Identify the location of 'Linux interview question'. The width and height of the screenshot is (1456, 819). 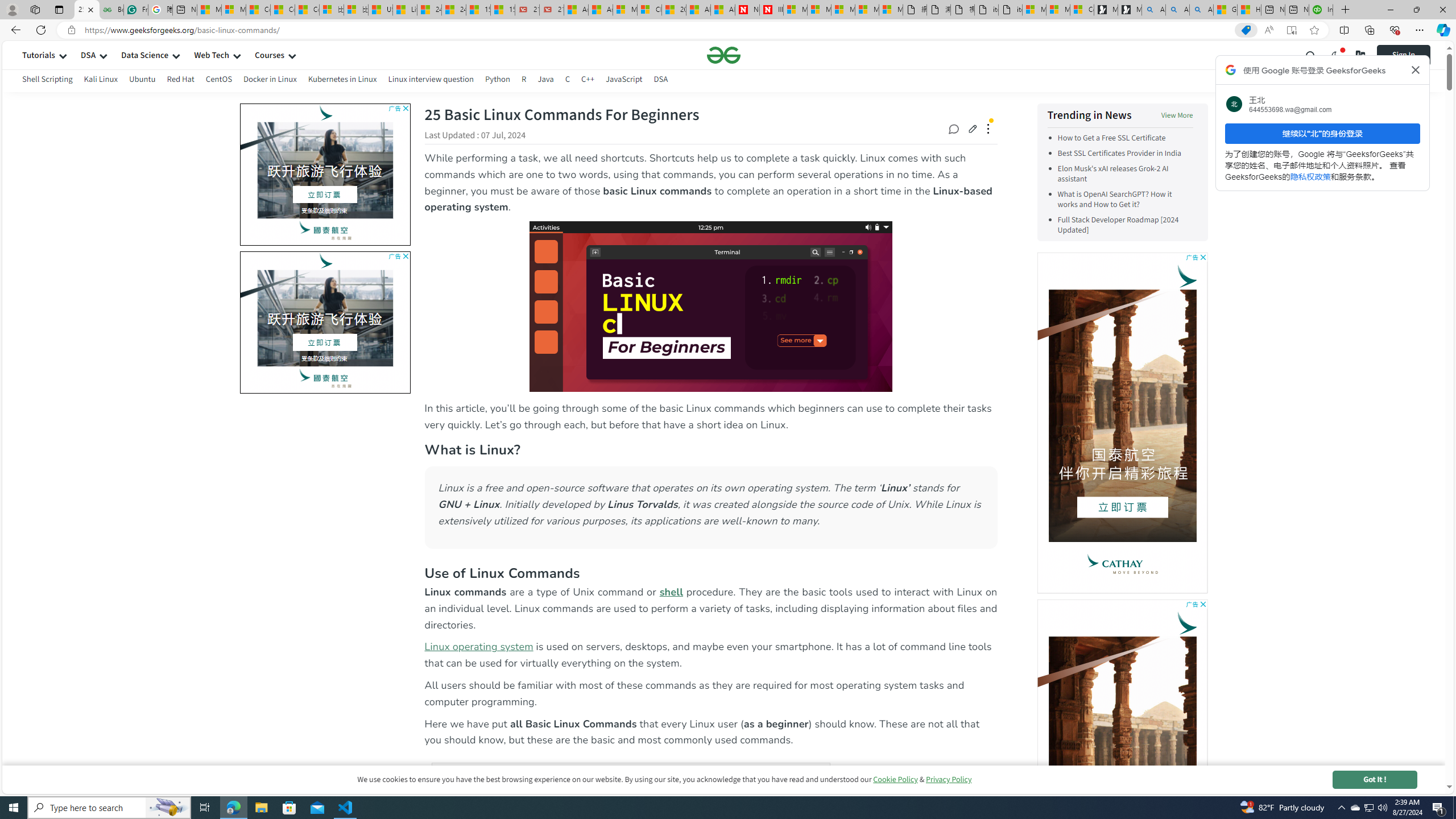
(429, 80).